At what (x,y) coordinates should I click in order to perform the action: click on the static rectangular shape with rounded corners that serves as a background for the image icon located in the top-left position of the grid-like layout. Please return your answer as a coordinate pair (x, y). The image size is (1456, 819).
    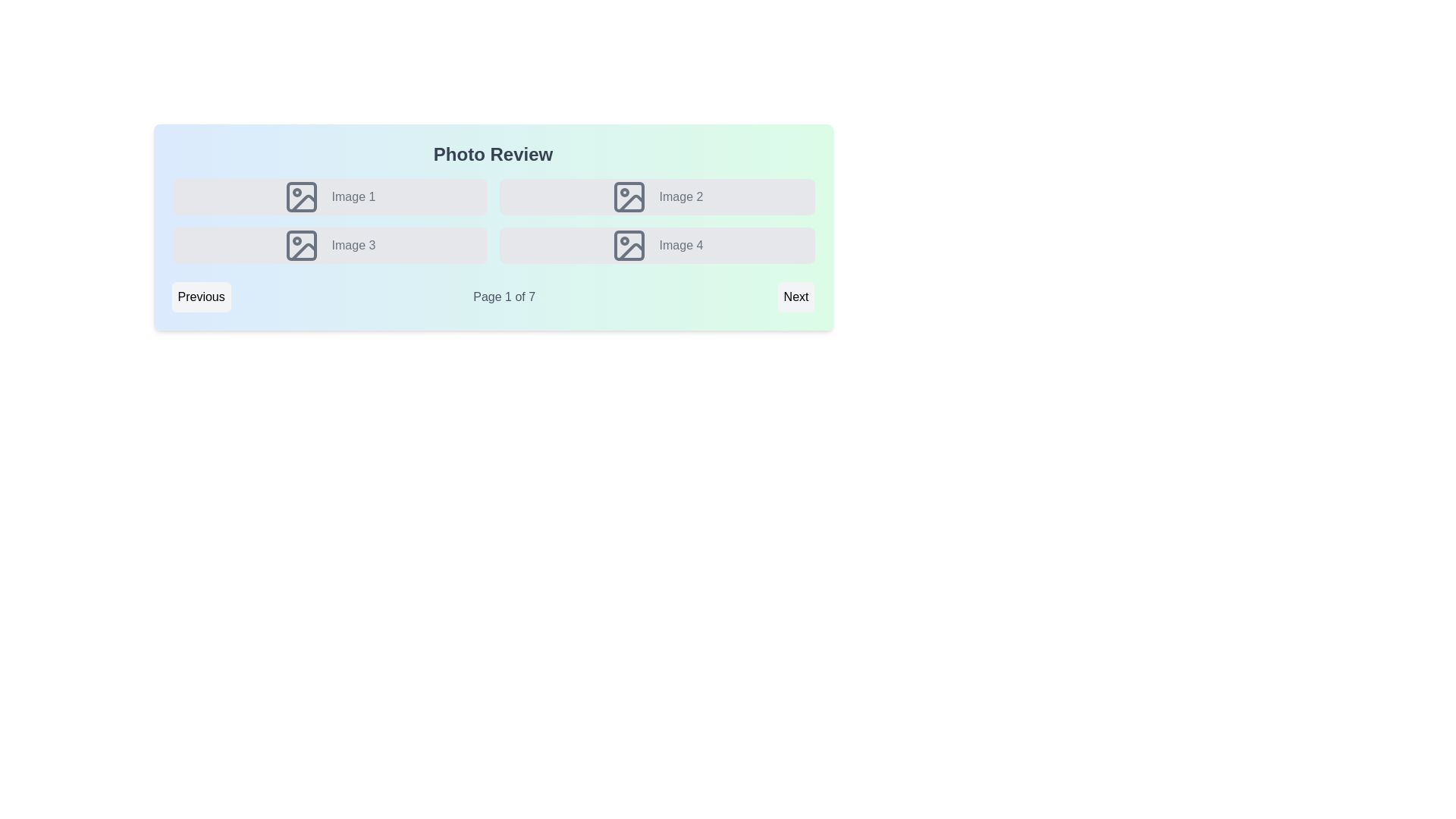
    Looking at the image, I should click on (301, 196).